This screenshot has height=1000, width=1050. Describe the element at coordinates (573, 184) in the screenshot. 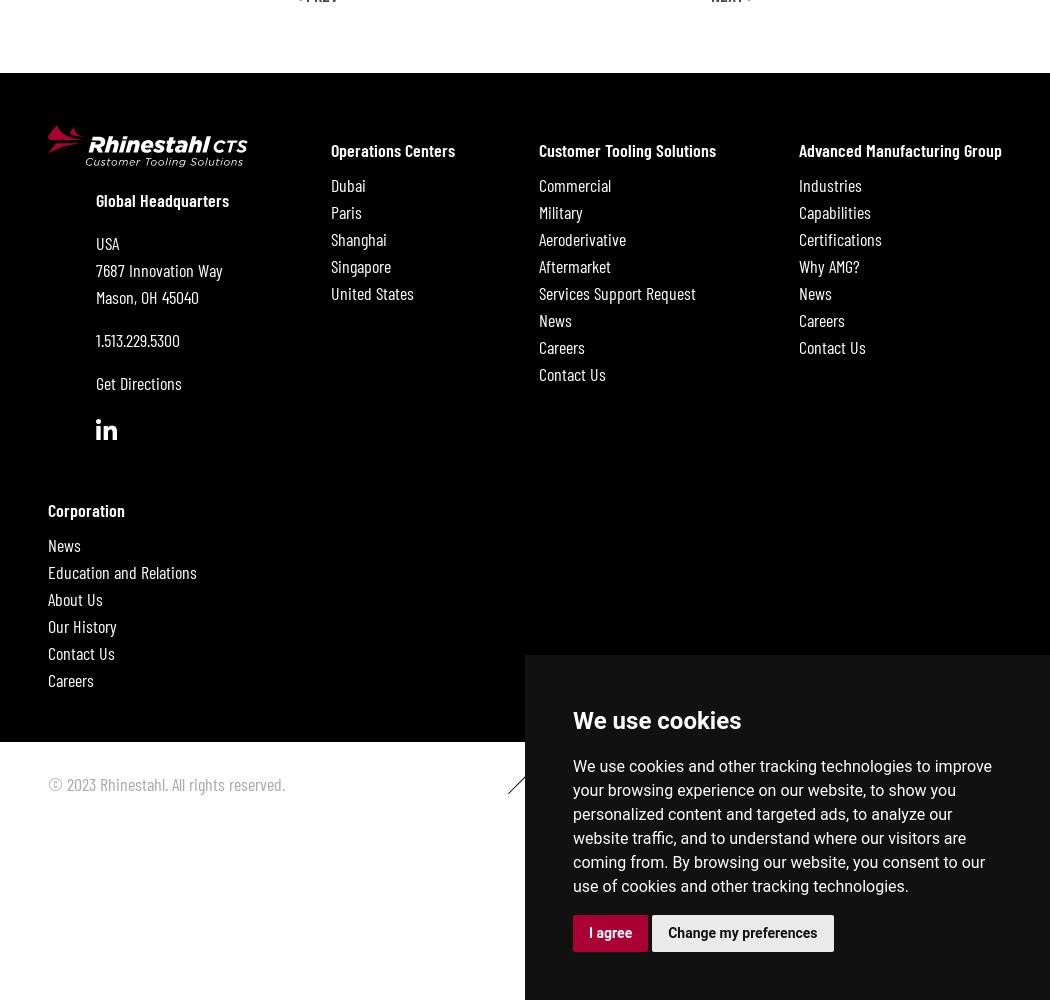

I see `'Commercial'` at that location.